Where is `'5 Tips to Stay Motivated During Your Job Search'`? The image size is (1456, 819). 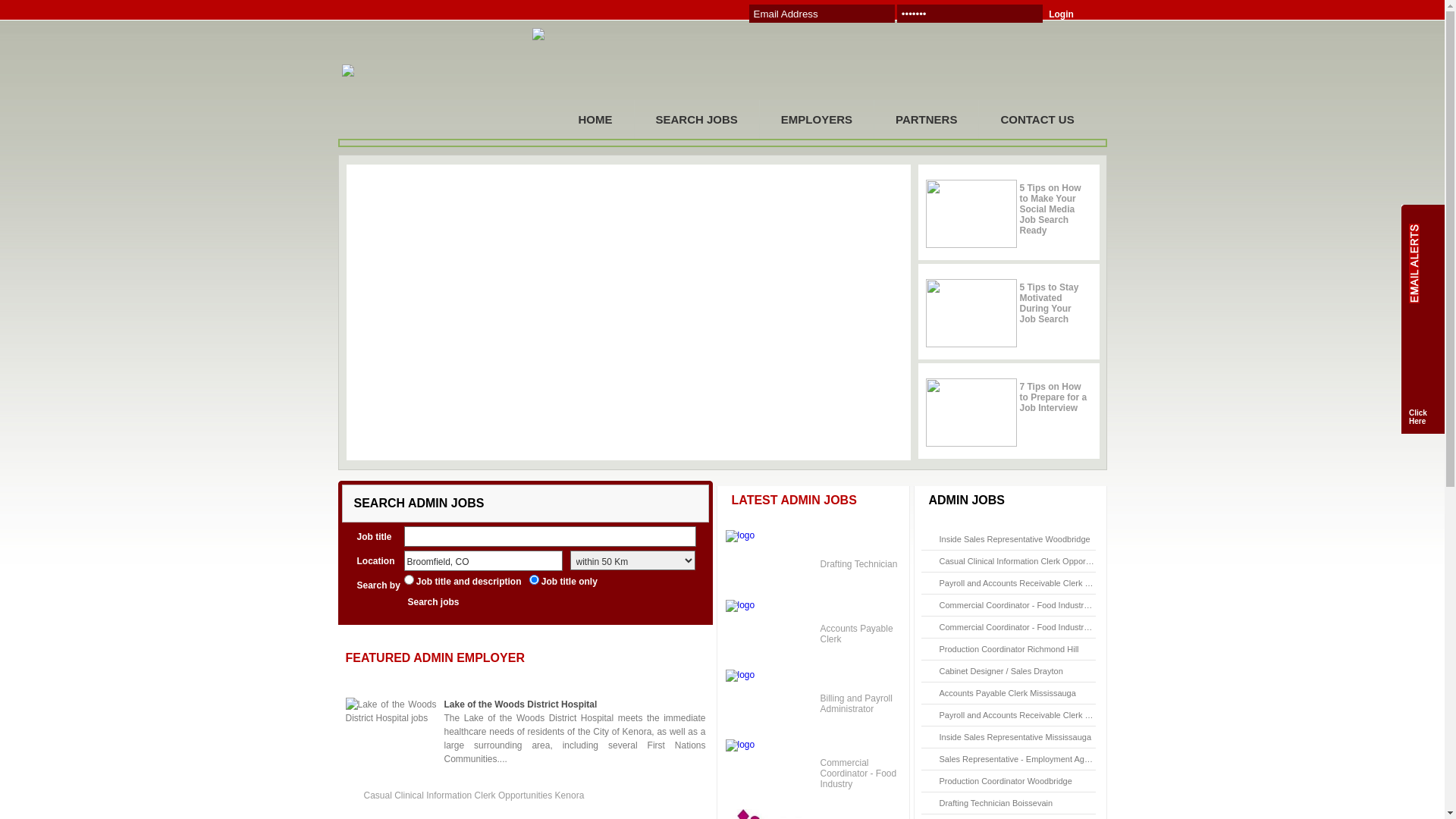
'5 Tips to Stay Motivated During Your Job Search' is located at coordinates (1047, 303).